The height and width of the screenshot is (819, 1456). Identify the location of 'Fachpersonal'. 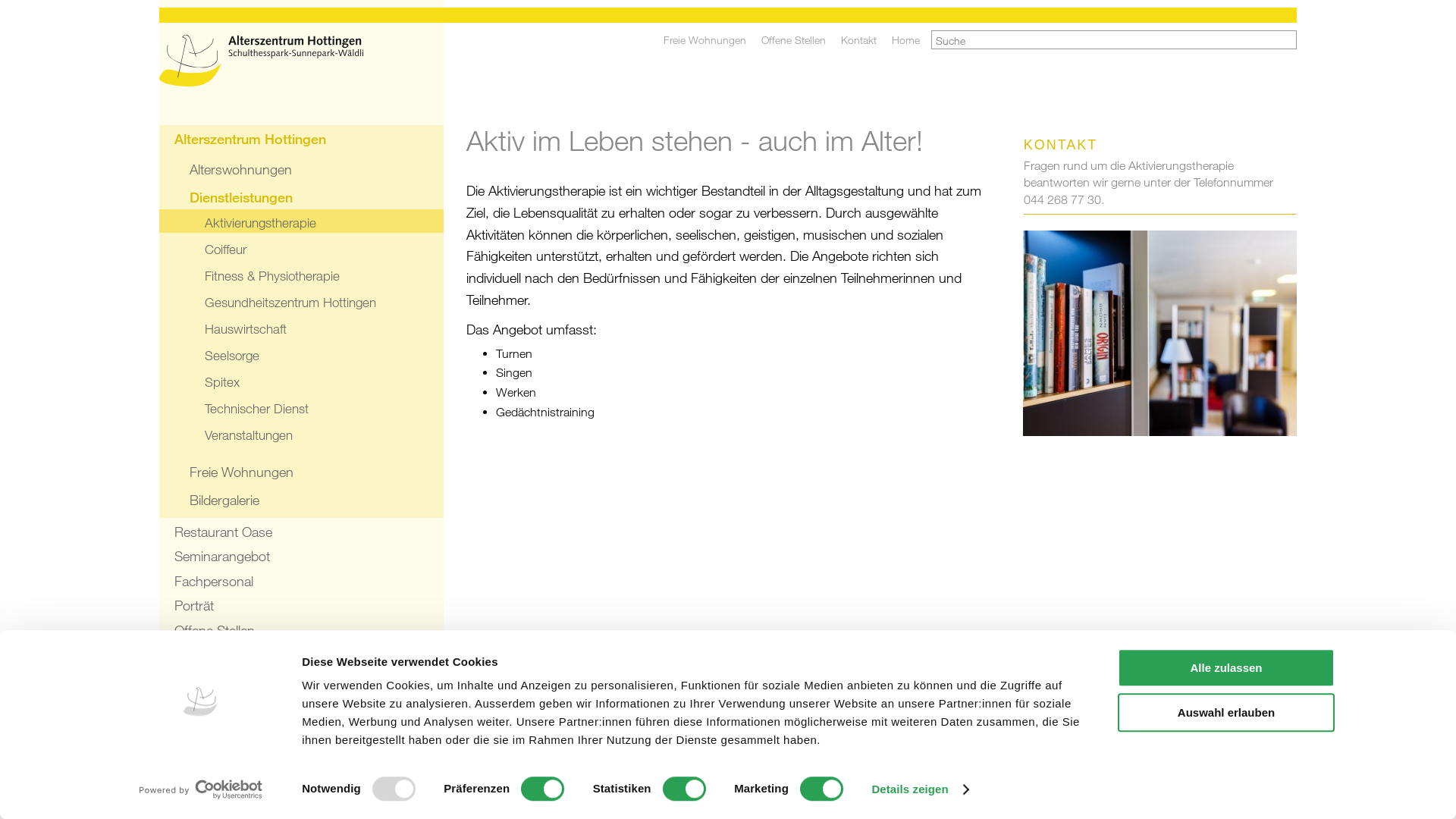
(301, 579).